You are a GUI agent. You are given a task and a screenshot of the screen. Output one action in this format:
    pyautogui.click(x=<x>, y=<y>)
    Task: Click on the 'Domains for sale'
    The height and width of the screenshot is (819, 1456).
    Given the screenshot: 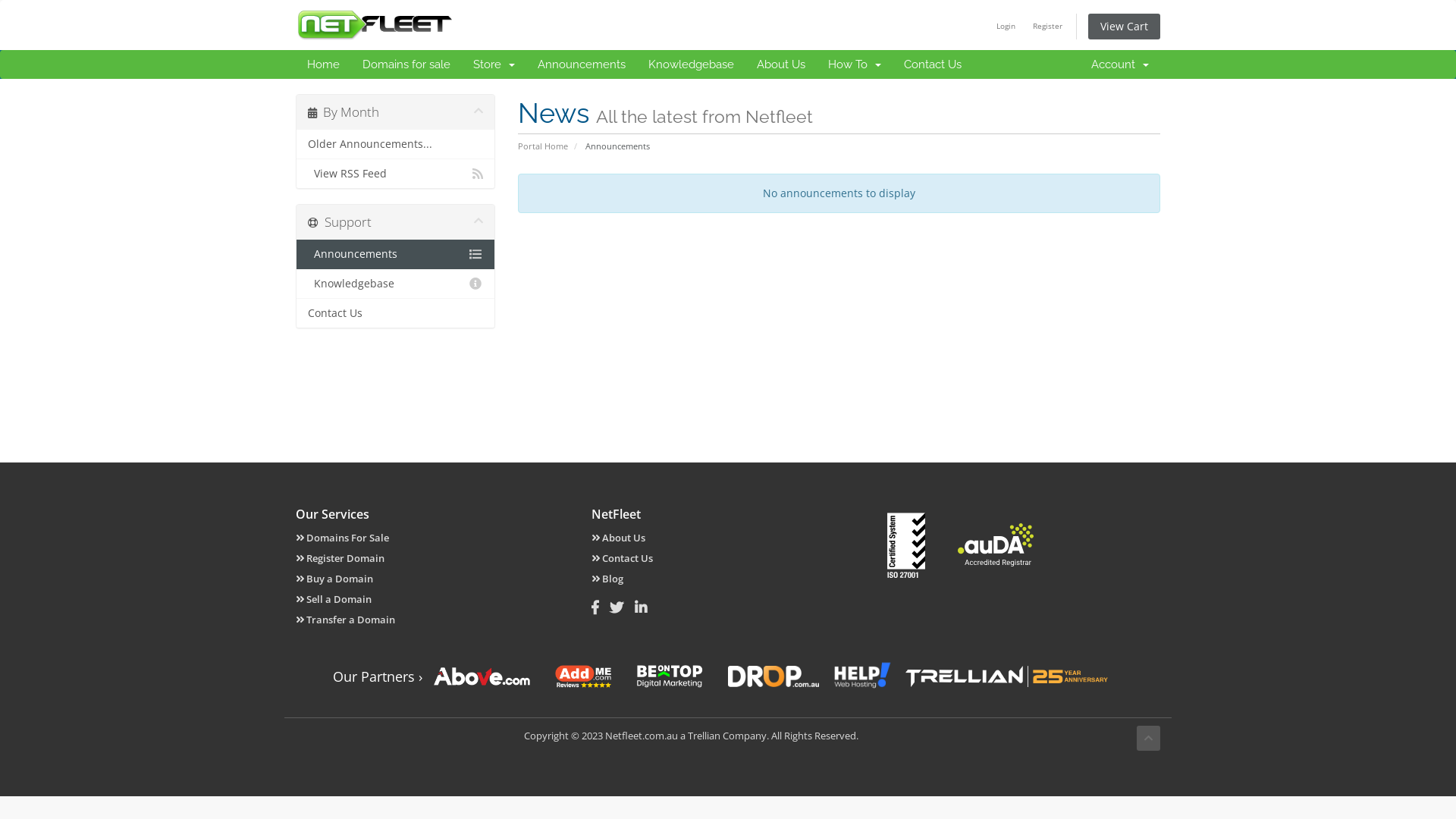 What is the action you would take?
    pyautogui.click(x=406, y=63)
    